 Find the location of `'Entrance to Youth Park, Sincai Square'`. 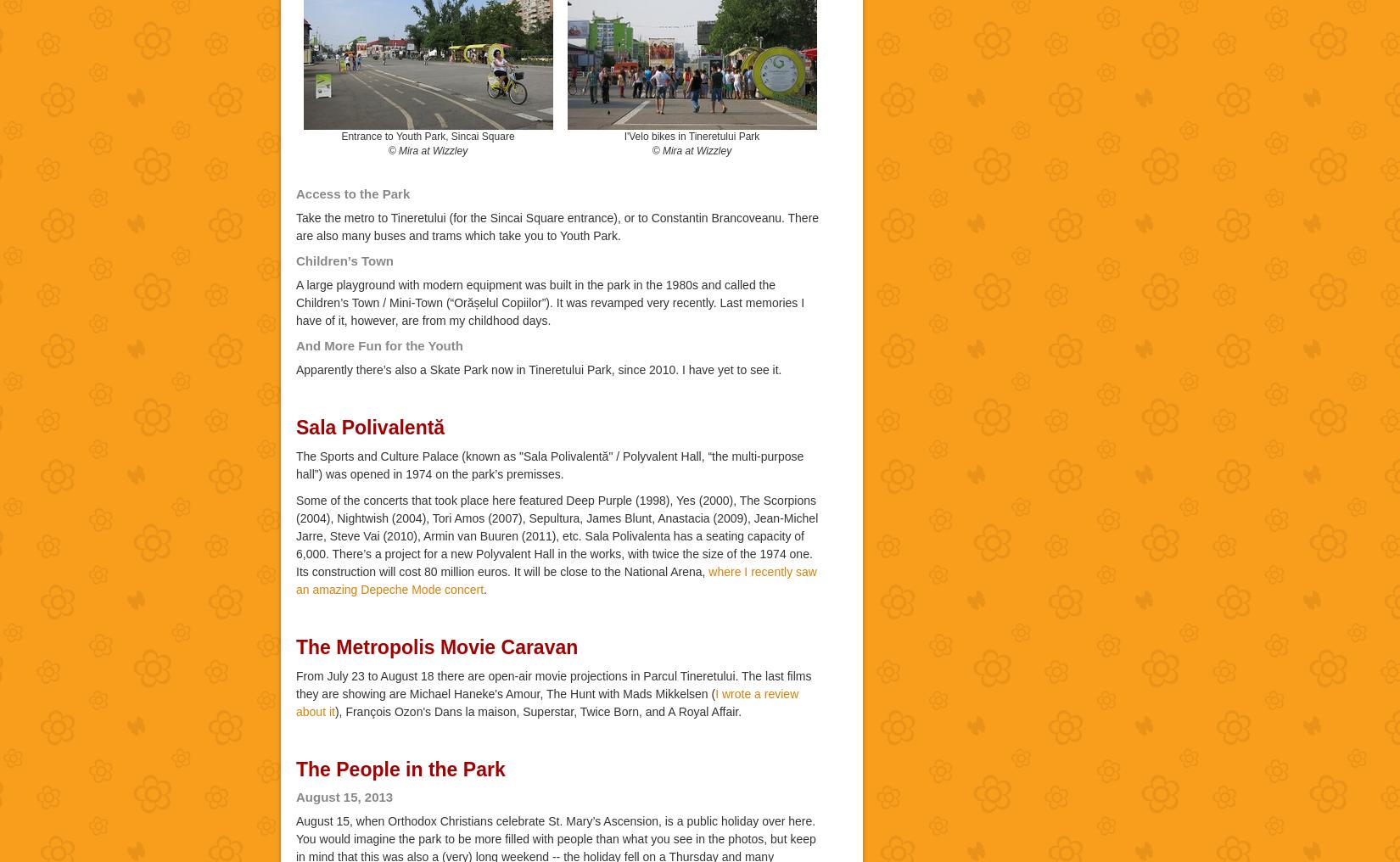

'Entrance to Youth Park, Sincai Square' is located at coordinates (427, 135).